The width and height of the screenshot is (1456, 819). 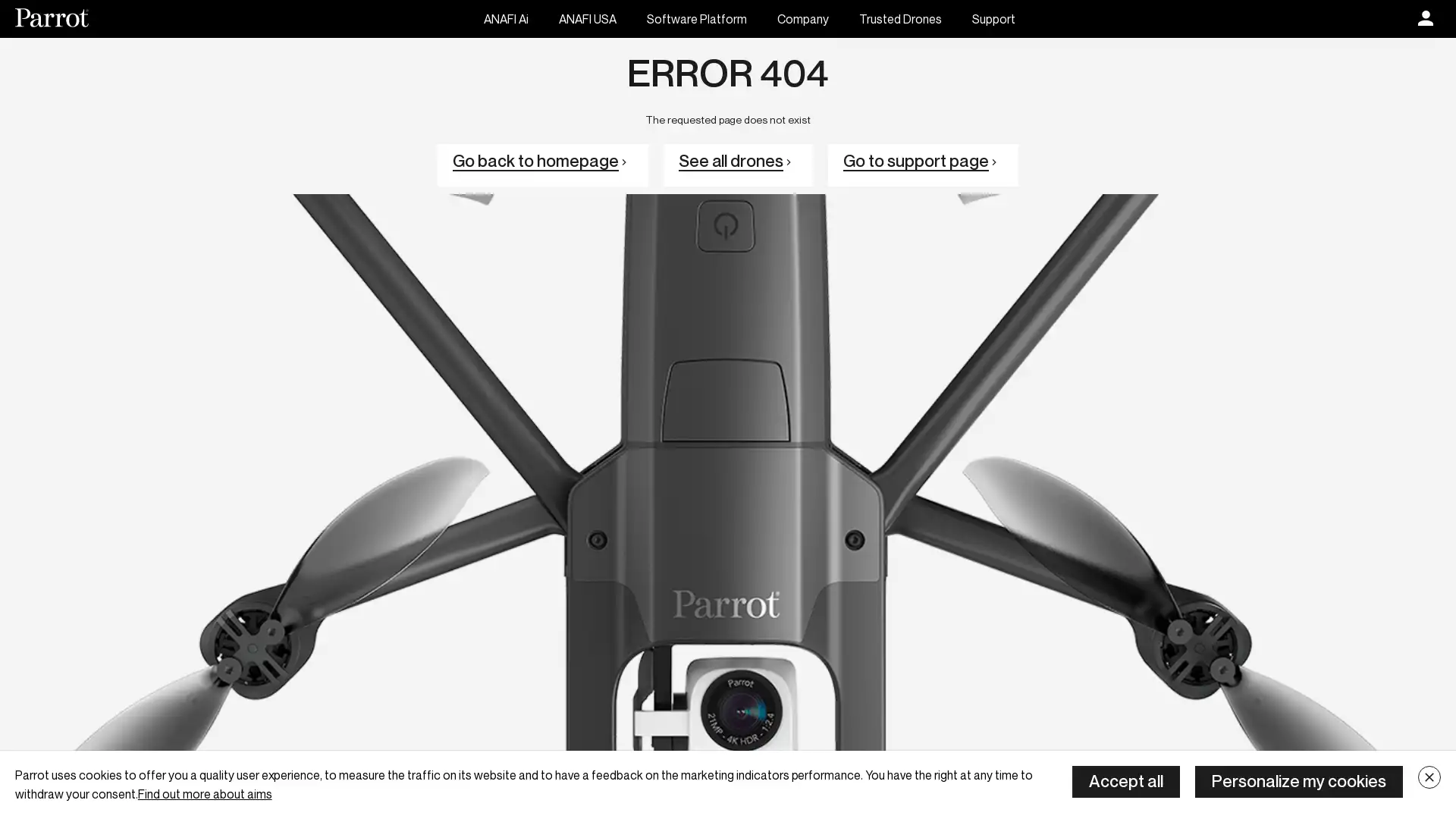 What do you see at coordinates (1298, 781) in the screenshot?
I see `Personalize my cookies` at bounding box center [1298, 781].